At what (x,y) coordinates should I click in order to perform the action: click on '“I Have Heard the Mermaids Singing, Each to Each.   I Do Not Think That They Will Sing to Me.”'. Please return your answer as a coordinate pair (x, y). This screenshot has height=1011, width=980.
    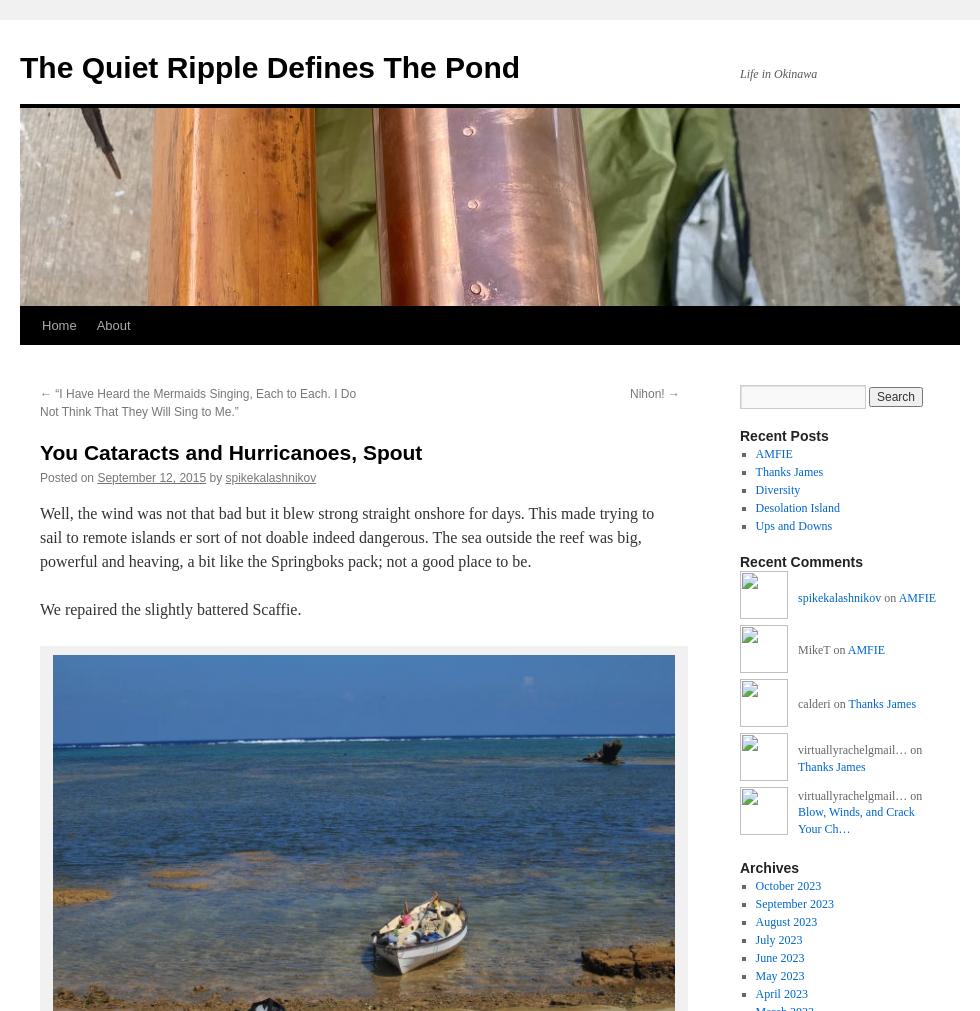
    Looking at the image, I should click on (39, 401).